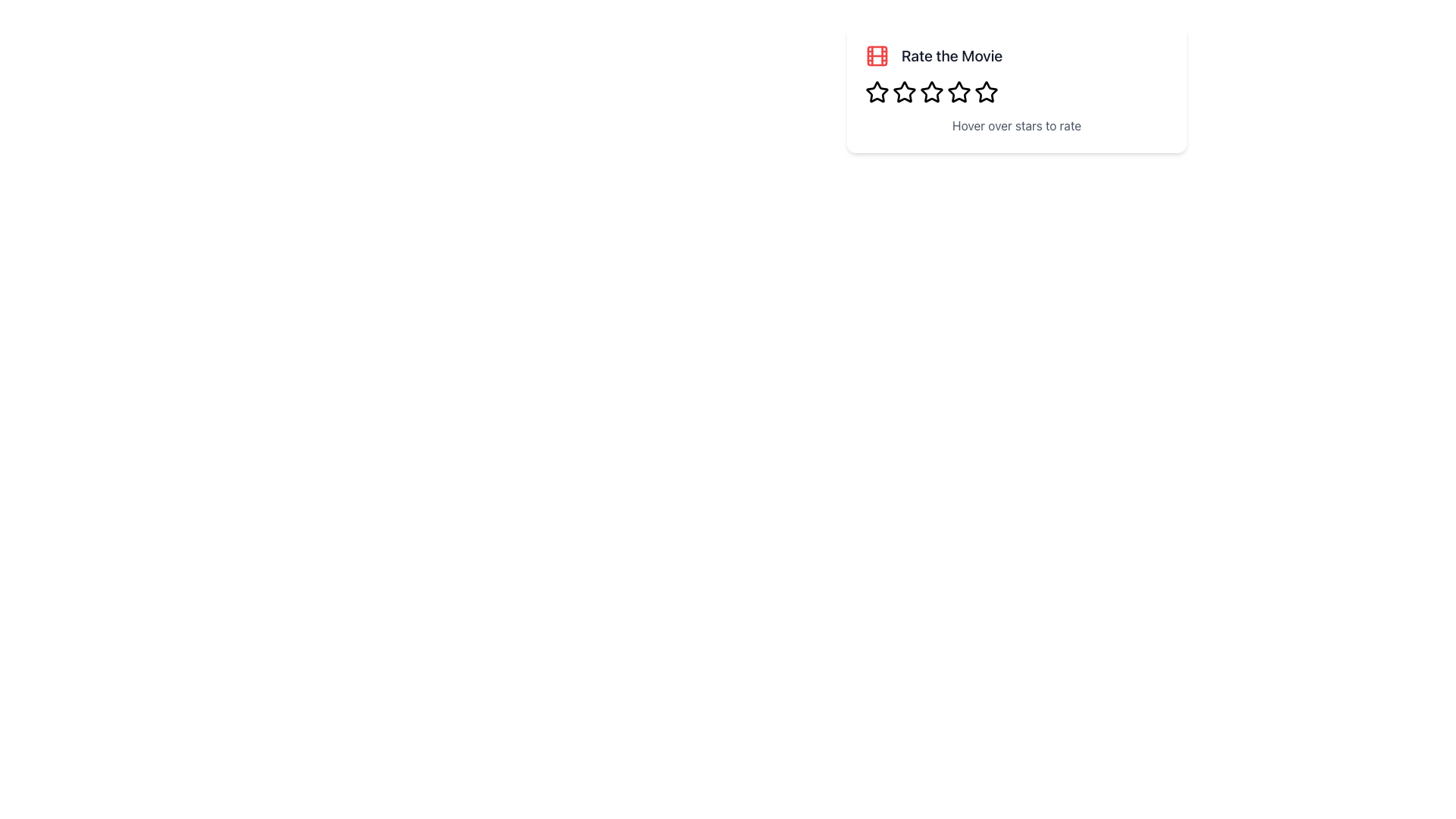  What do you see at coordinates (877, 91) in the screenshot?
I see `the first star in the rating system located below 'Rate the Movie'` at bounding box center [877, 91].